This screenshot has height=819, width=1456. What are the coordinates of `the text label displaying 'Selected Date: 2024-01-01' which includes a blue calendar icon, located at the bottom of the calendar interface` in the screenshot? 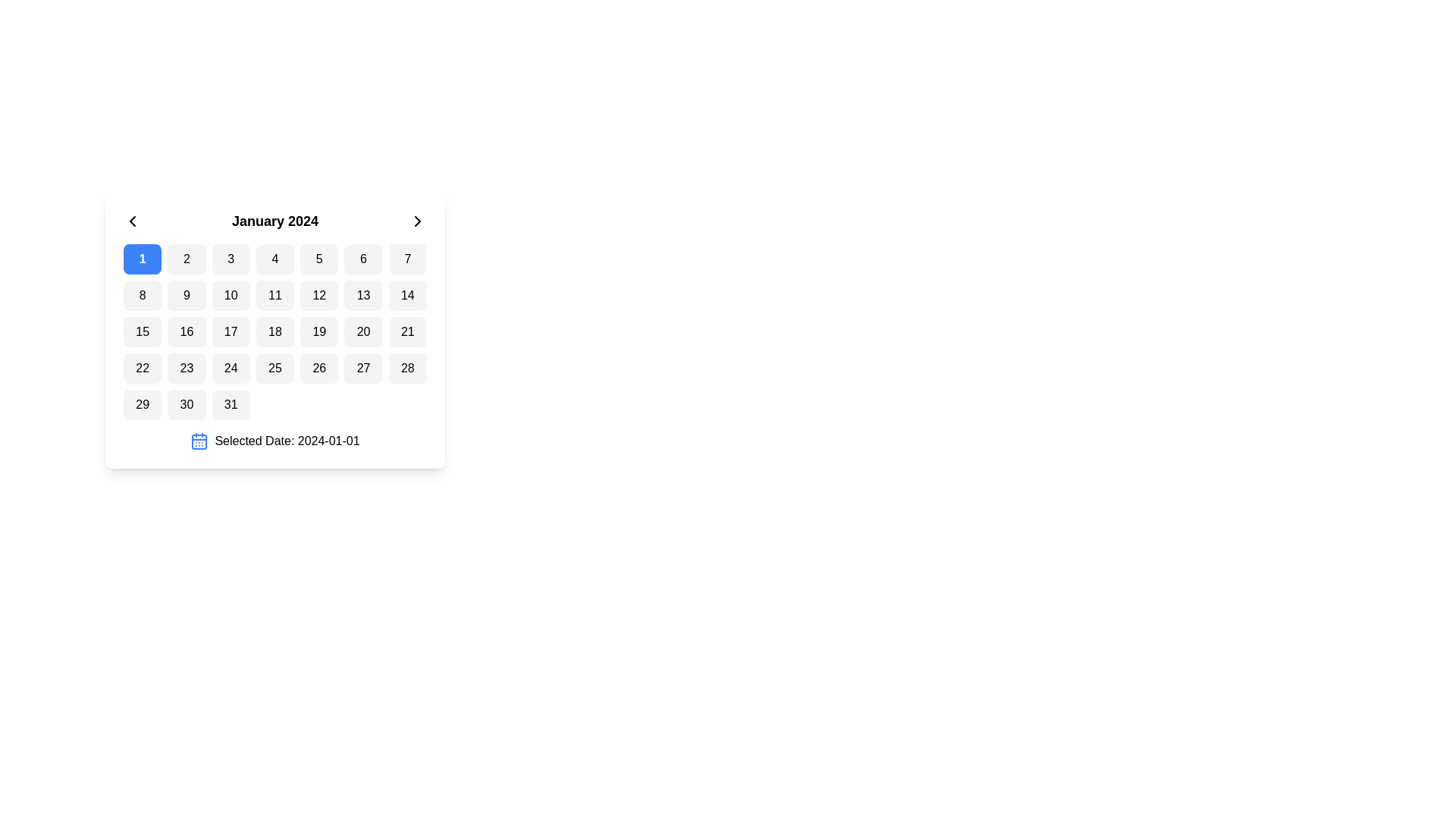 It's located at (275, 441).